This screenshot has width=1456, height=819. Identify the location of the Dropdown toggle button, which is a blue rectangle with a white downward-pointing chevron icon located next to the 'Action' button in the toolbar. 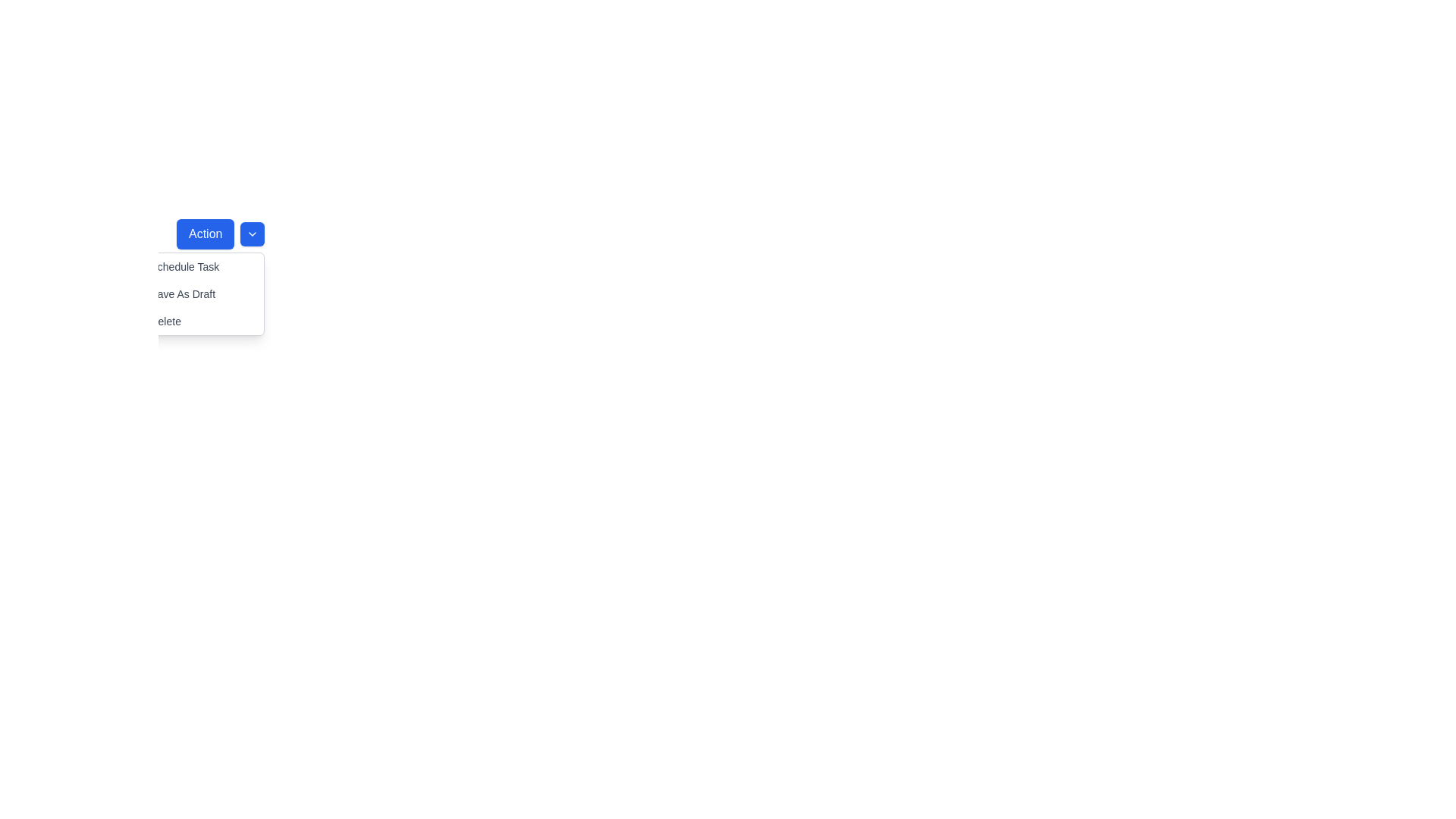
(253, 234).